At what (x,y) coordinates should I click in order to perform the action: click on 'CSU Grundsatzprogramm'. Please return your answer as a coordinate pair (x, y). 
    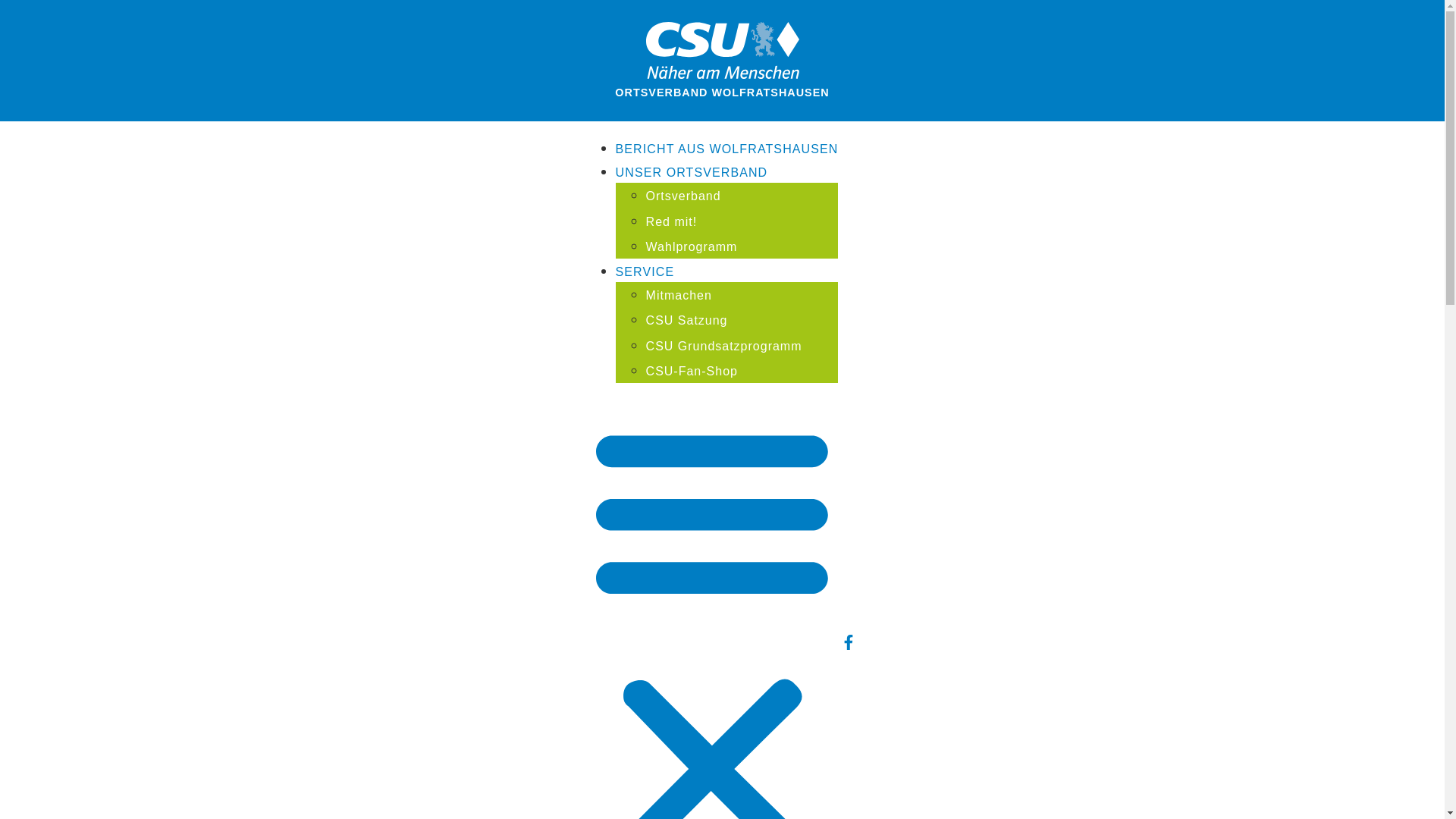
    Looking at the image, I should click on (723, 346).